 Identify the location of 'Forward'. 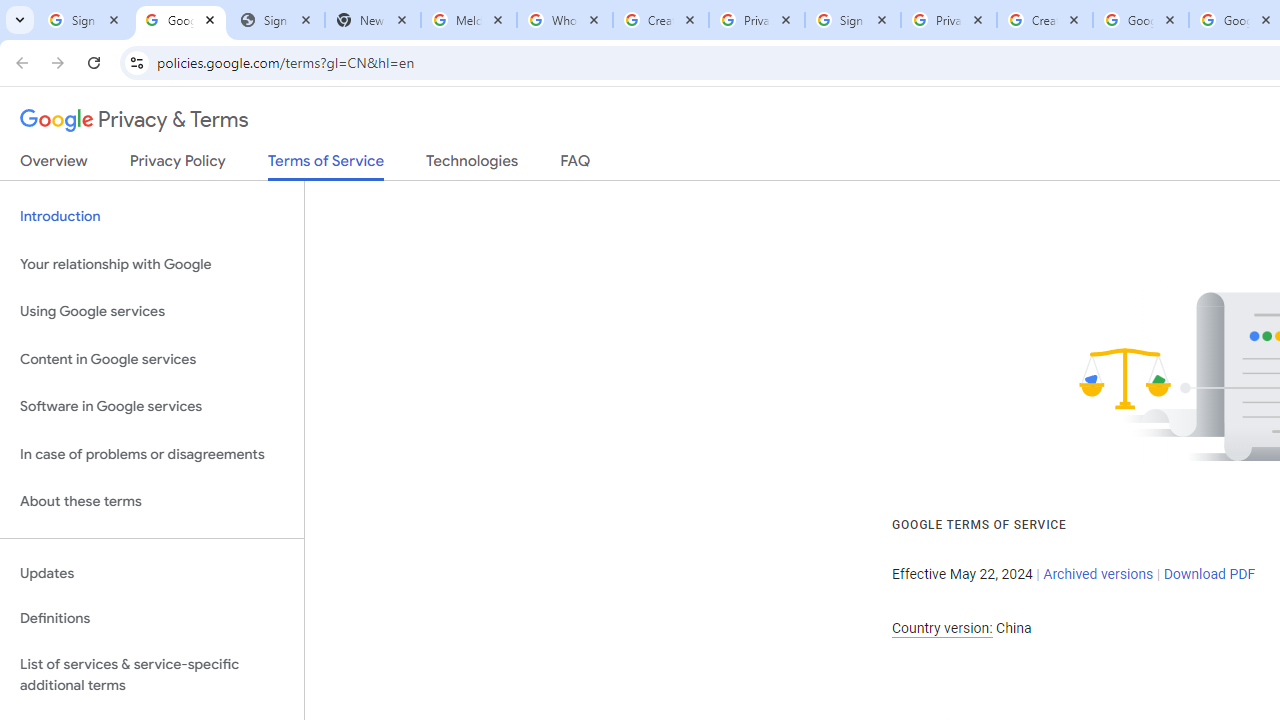
(58, 61).